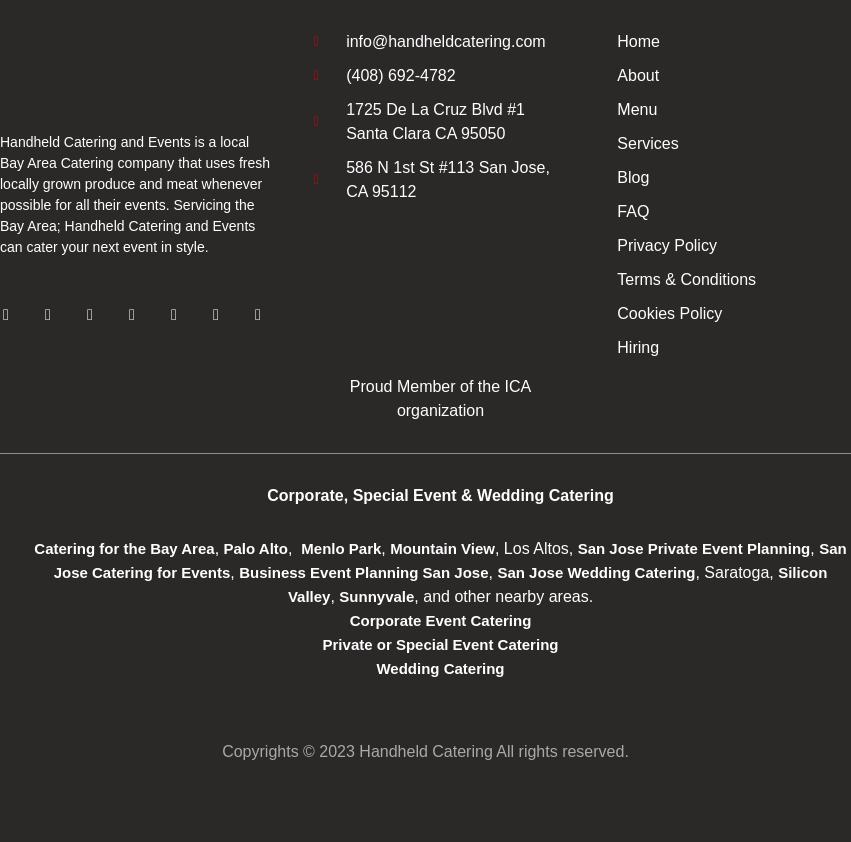  Describe the element at coordinates (666, 245) in the screenshot. I see `'Privacy Policy'` at that location.